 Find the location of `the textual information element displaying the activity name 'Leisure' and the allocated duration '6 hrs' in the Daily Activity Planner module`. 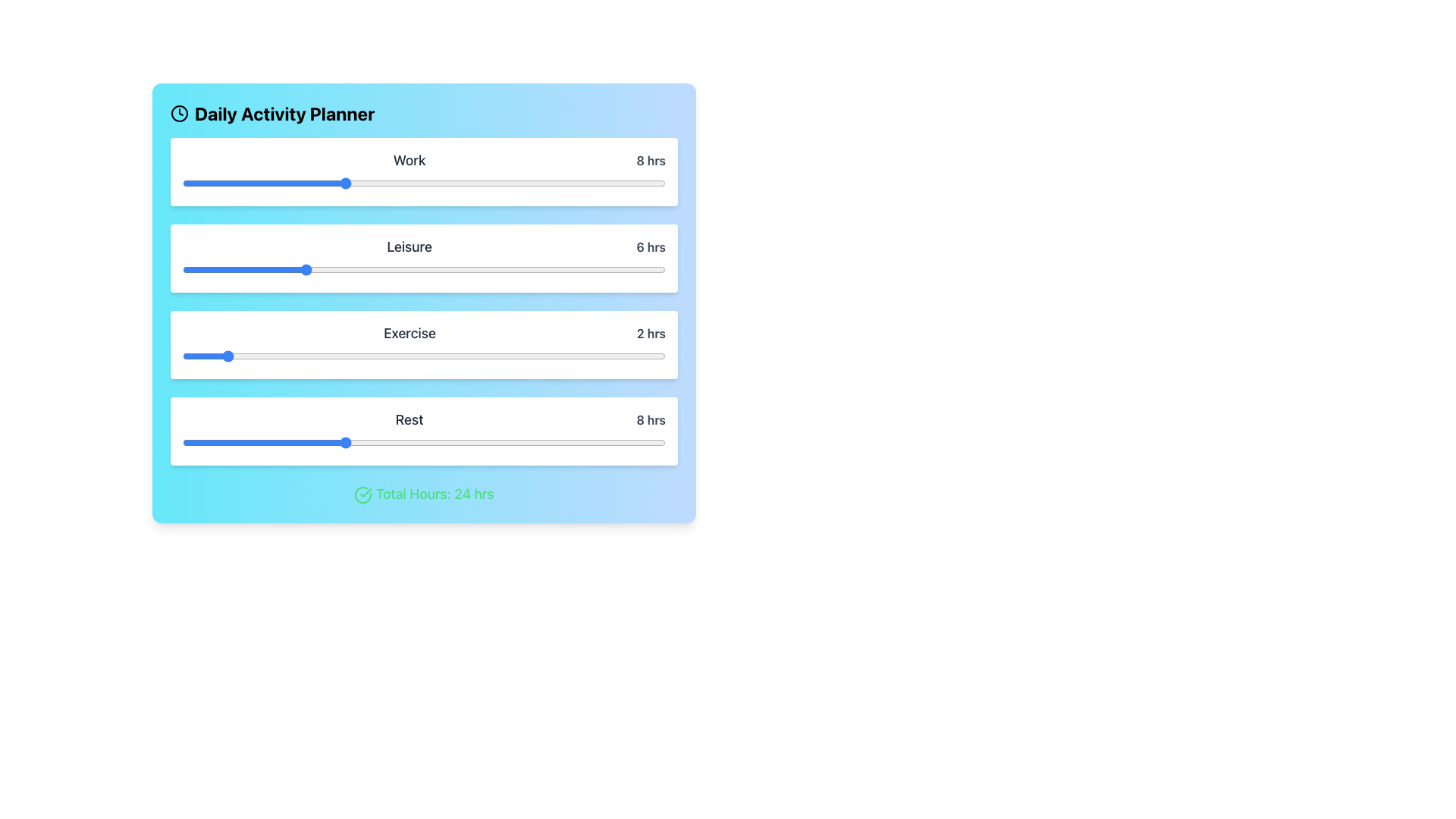

the textual information element displaying the activity name 'Leisure' and the allocated duration '6 hrs' in the Daily Activity Planner module is located at coordinates (424, 246).